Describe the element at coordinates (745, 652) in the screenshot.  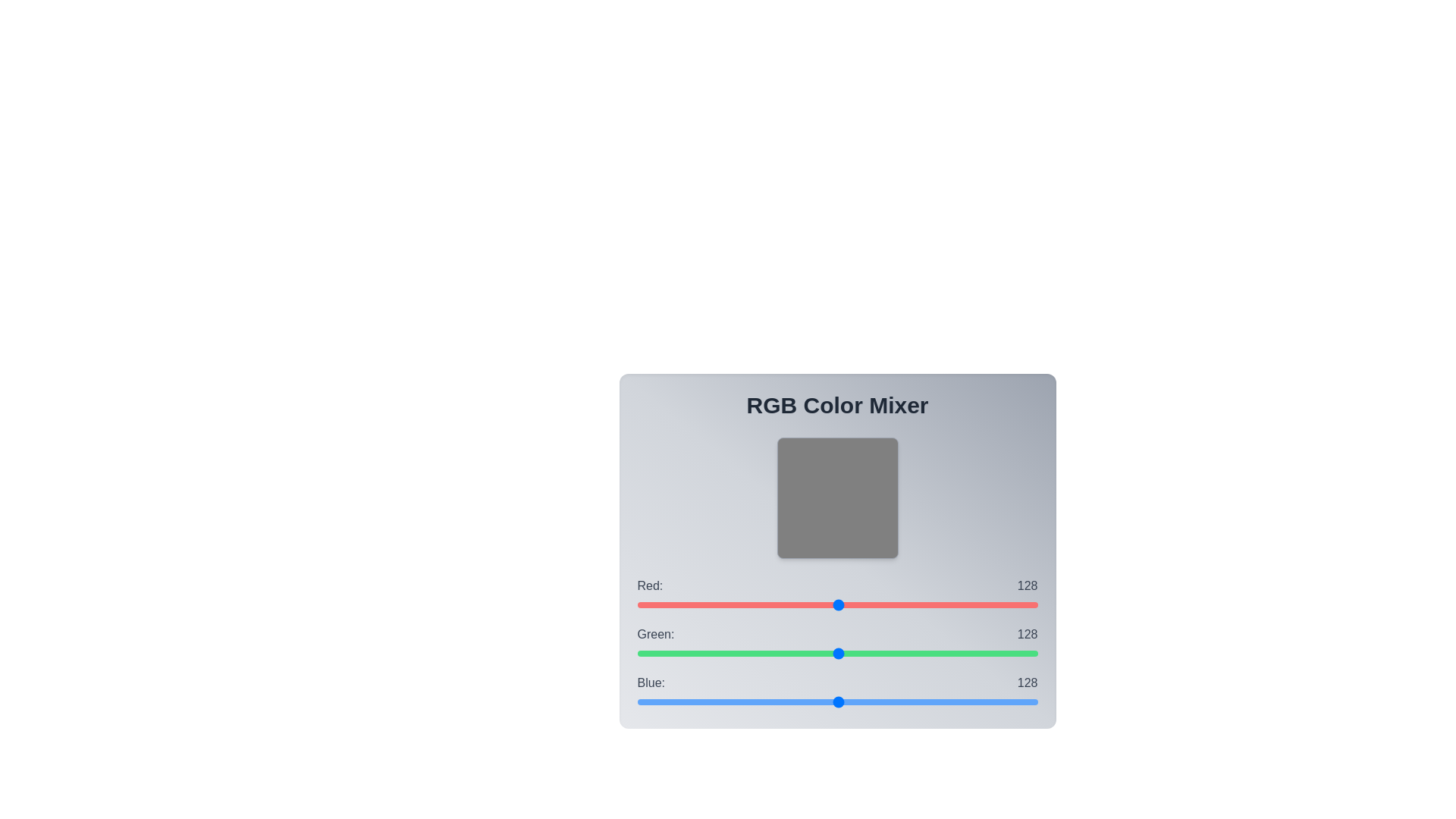
I see `the green slider to set its value to 69` at that location.